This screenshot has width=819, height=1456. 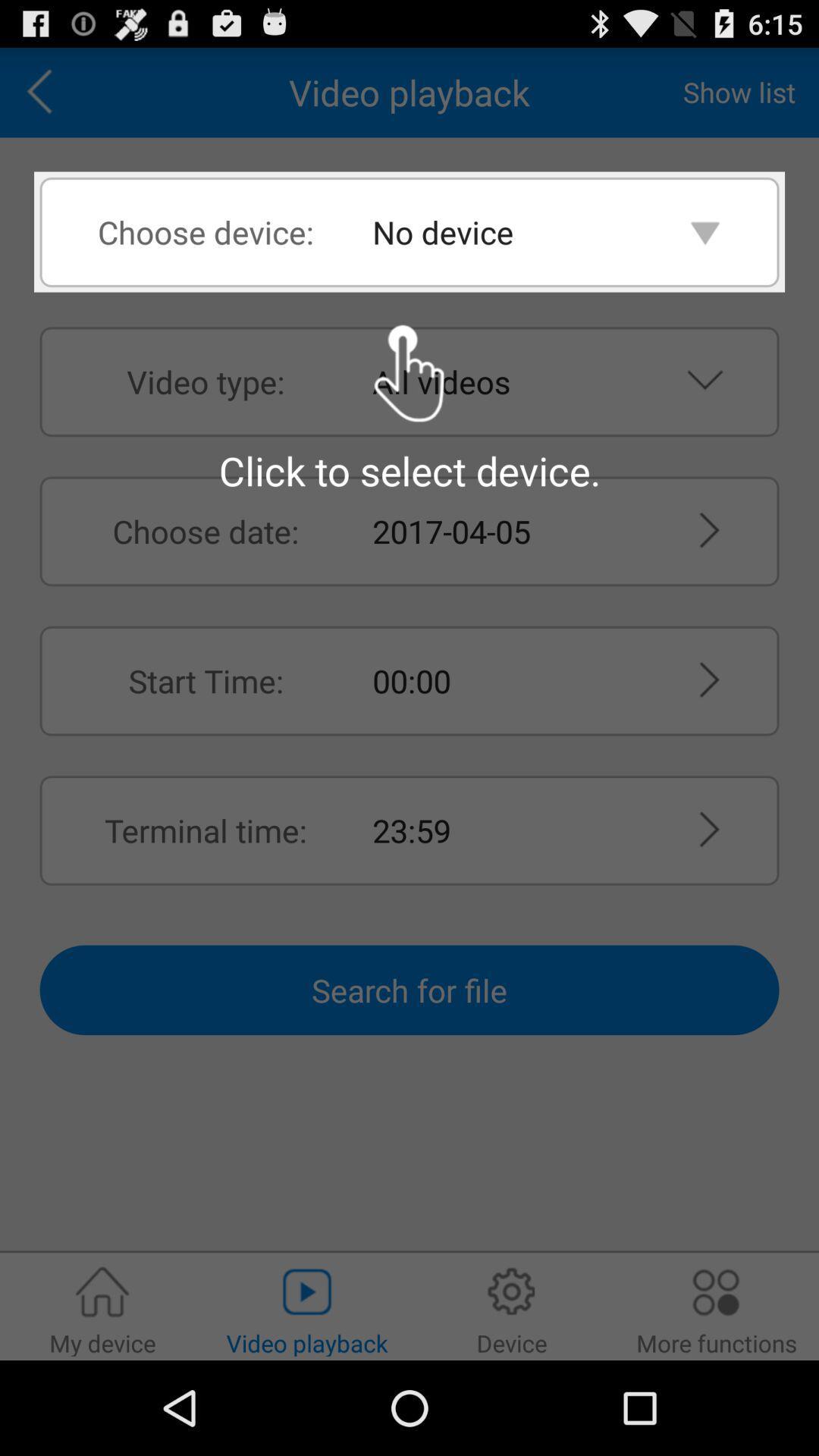 I want to click on the arrow_backward icon, so click(x=44, y=98).